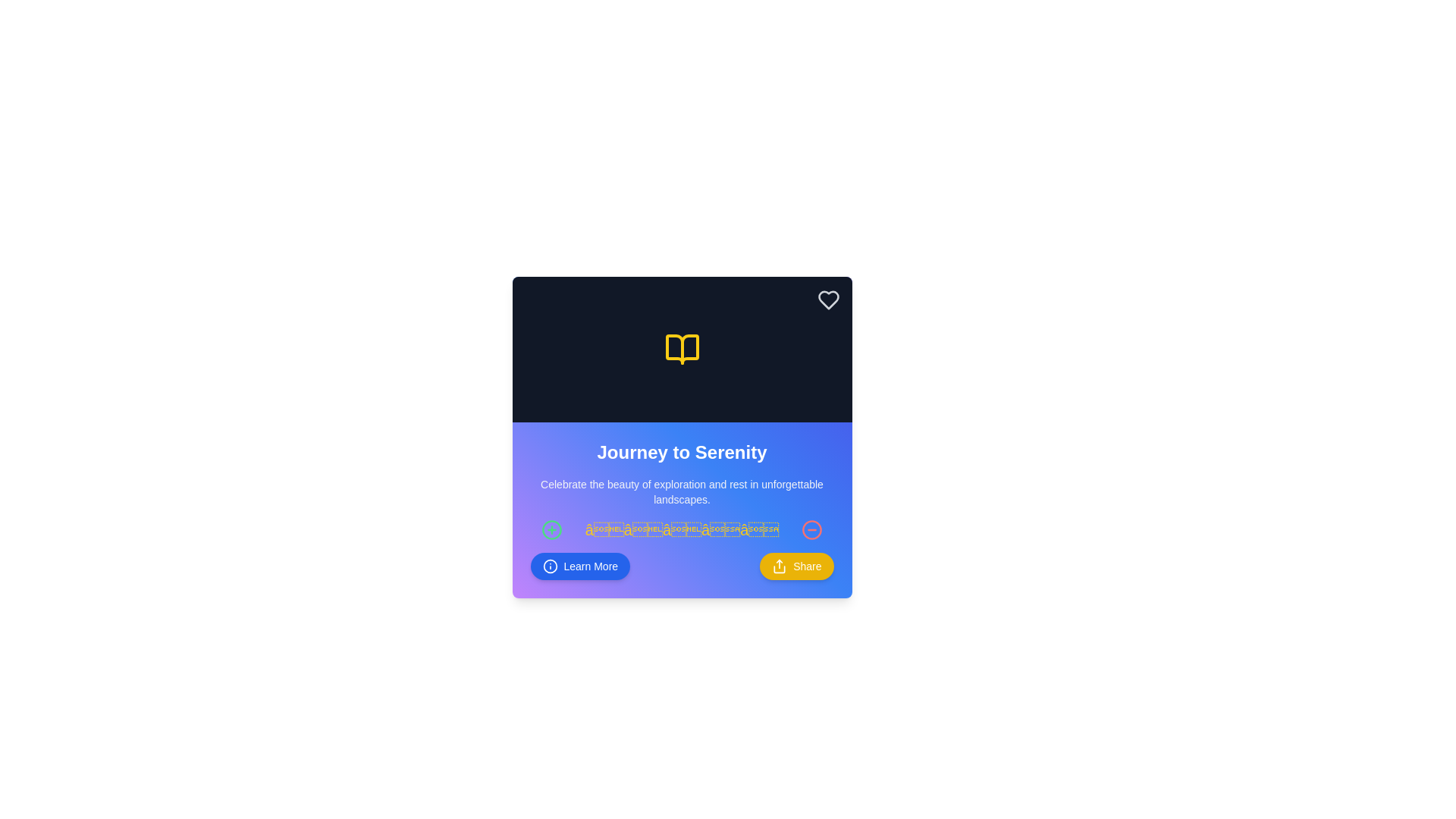 Image resolution: width=1456 pixels, height=819 pixels. Describe the element at coordinates (681, 350) in the screenshot. I see `the decorative knowledge icon located in the center of the dark navy-blue banner at the top of the card` at that location.